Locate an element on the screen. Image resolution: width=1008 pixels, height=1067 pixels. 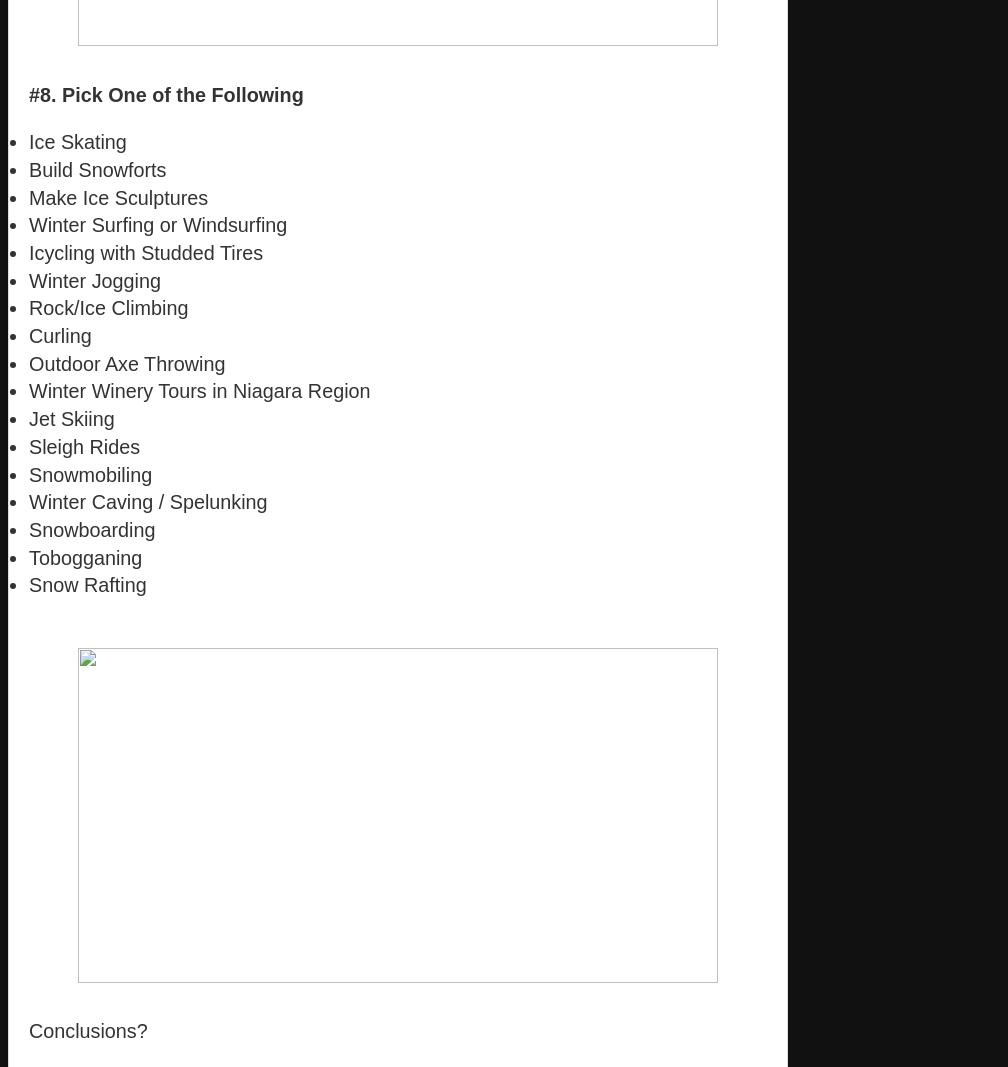
'Conclusions?' is located at coordinates (87, 1031).